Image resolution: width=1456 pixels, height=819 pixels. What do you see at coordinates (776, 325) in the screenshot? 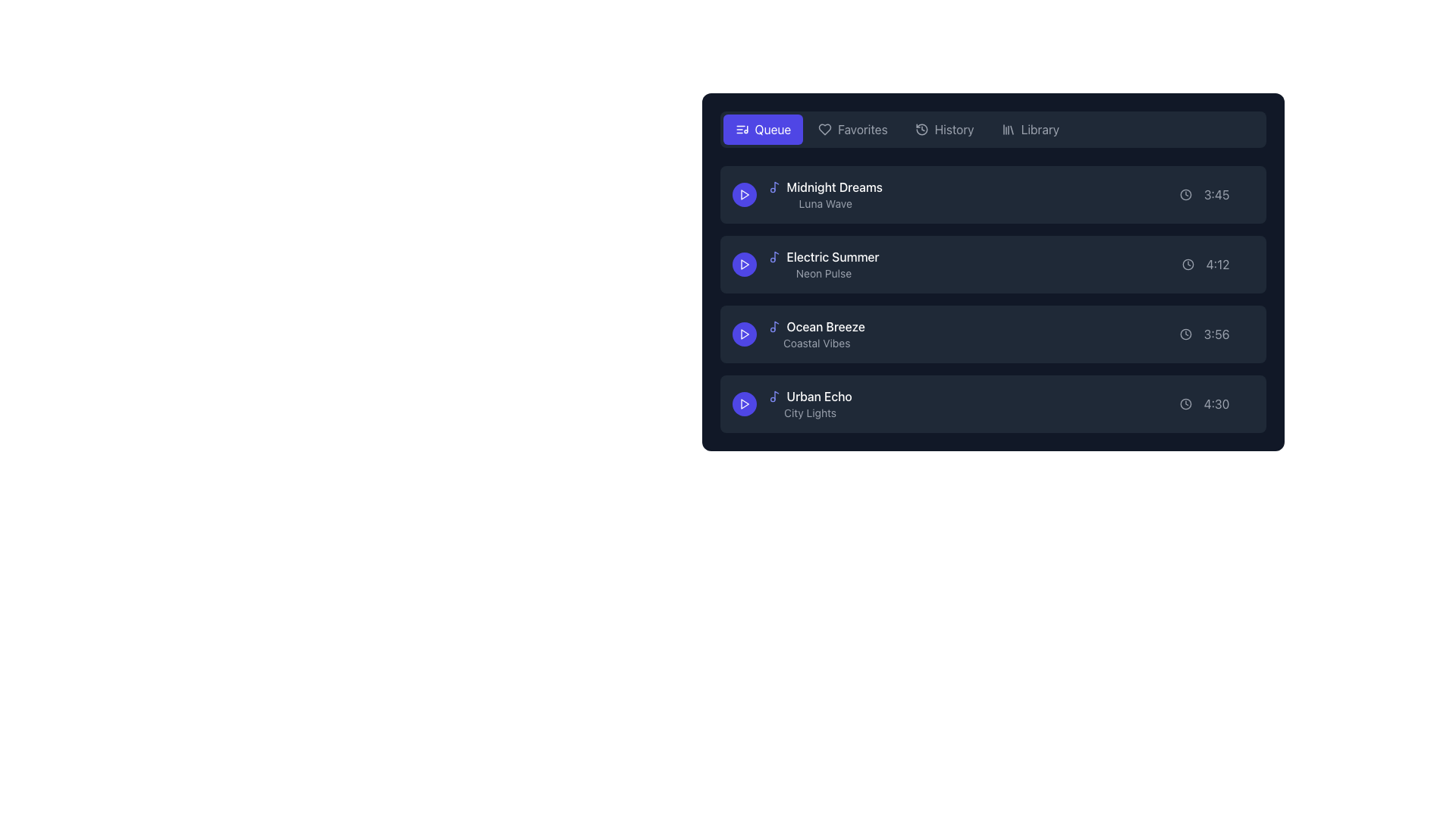
I see `the musical note icon located to the left of the 'Ocean Breeze' track entry in the music playlist application` at bounding box center [776, 325].